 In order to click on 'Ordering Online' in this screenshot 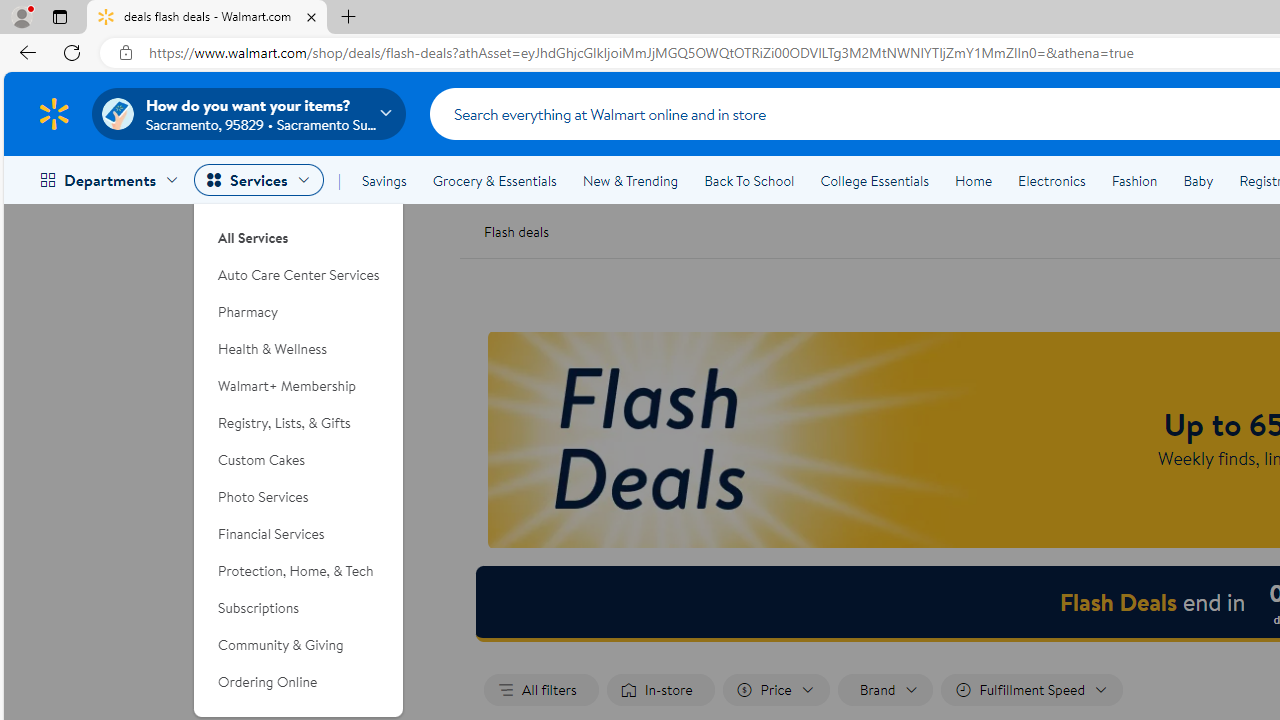, I will do `click(298, 681)`.